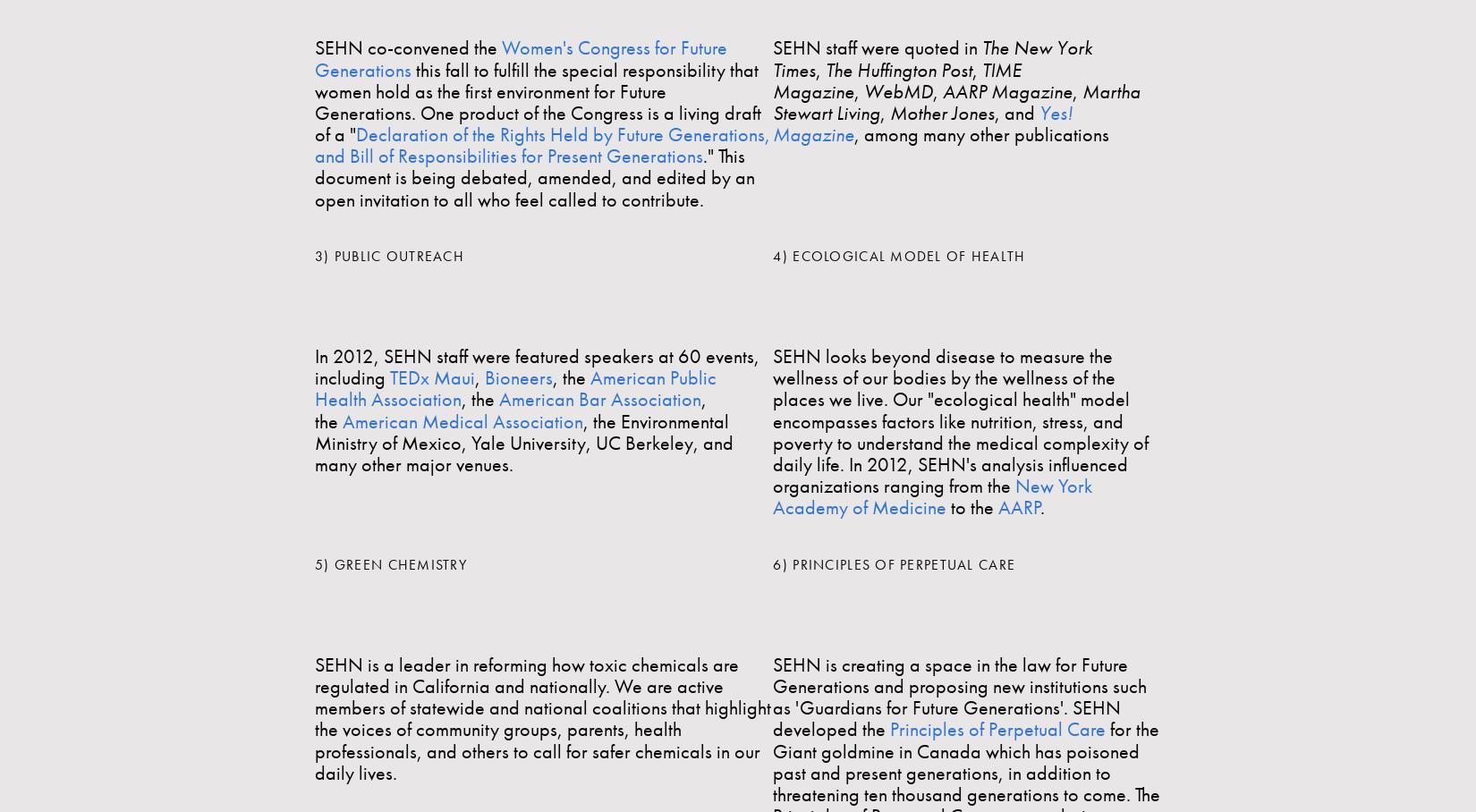 This screenshot has height=812, width=1476. Describe the element at coordinates (389, 562) in the screenshot. I see `'5) Green chemistry'` at that location.